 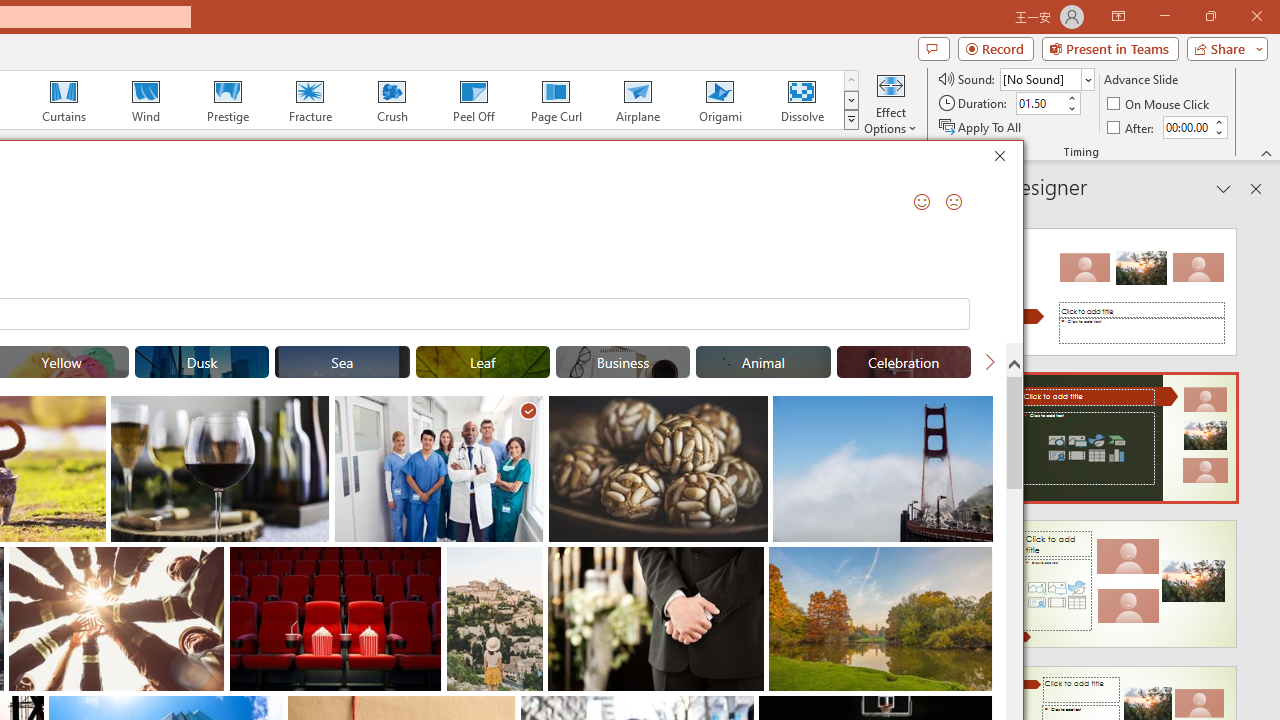 I want to click on 'More', so click(x=1217, y=121).